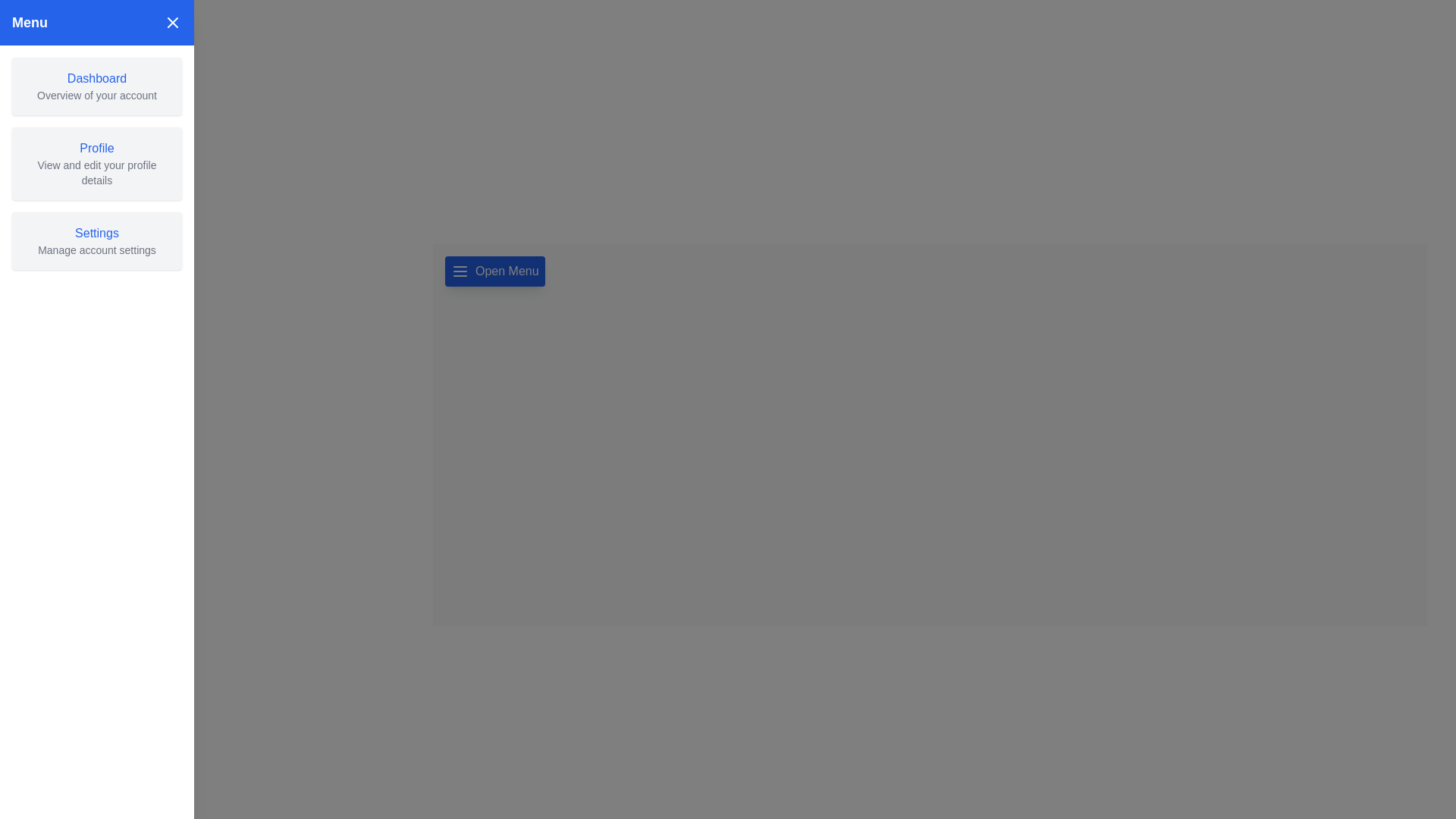 The width and height of the screenshot is (1456, 819). I want to click on the 'Dashboard' text label displayed in a medium-sized blue font within the light grey section of the vertical menu on the left side of the interface, so click(96, 79).